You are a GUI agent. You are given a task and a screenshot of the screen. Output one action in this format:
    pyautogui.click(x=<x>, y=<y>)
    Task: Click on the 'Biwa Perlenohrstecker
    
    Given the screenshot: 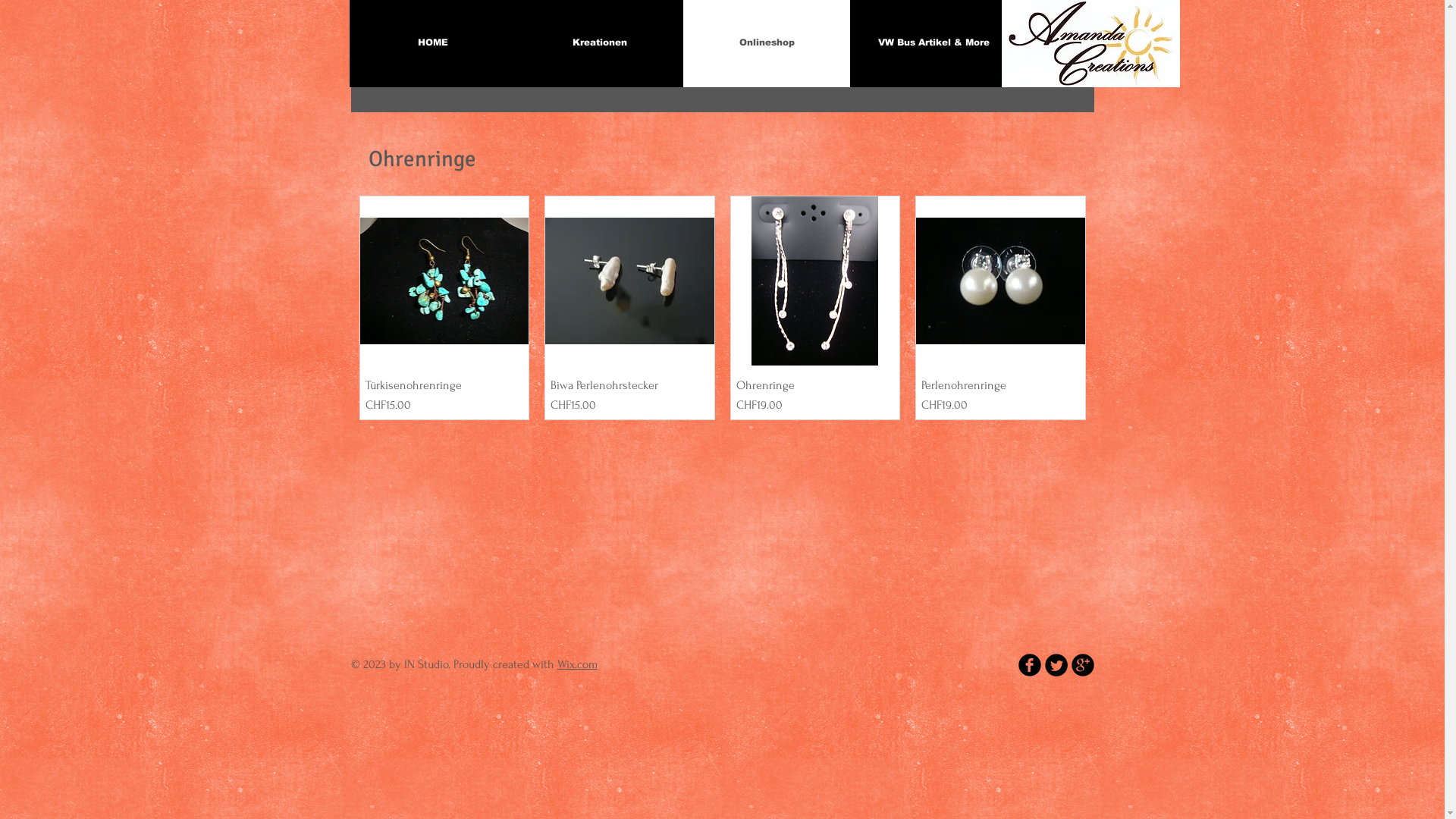 What is the action you would take?
    pyautogui.click(x=549, y=395)
    